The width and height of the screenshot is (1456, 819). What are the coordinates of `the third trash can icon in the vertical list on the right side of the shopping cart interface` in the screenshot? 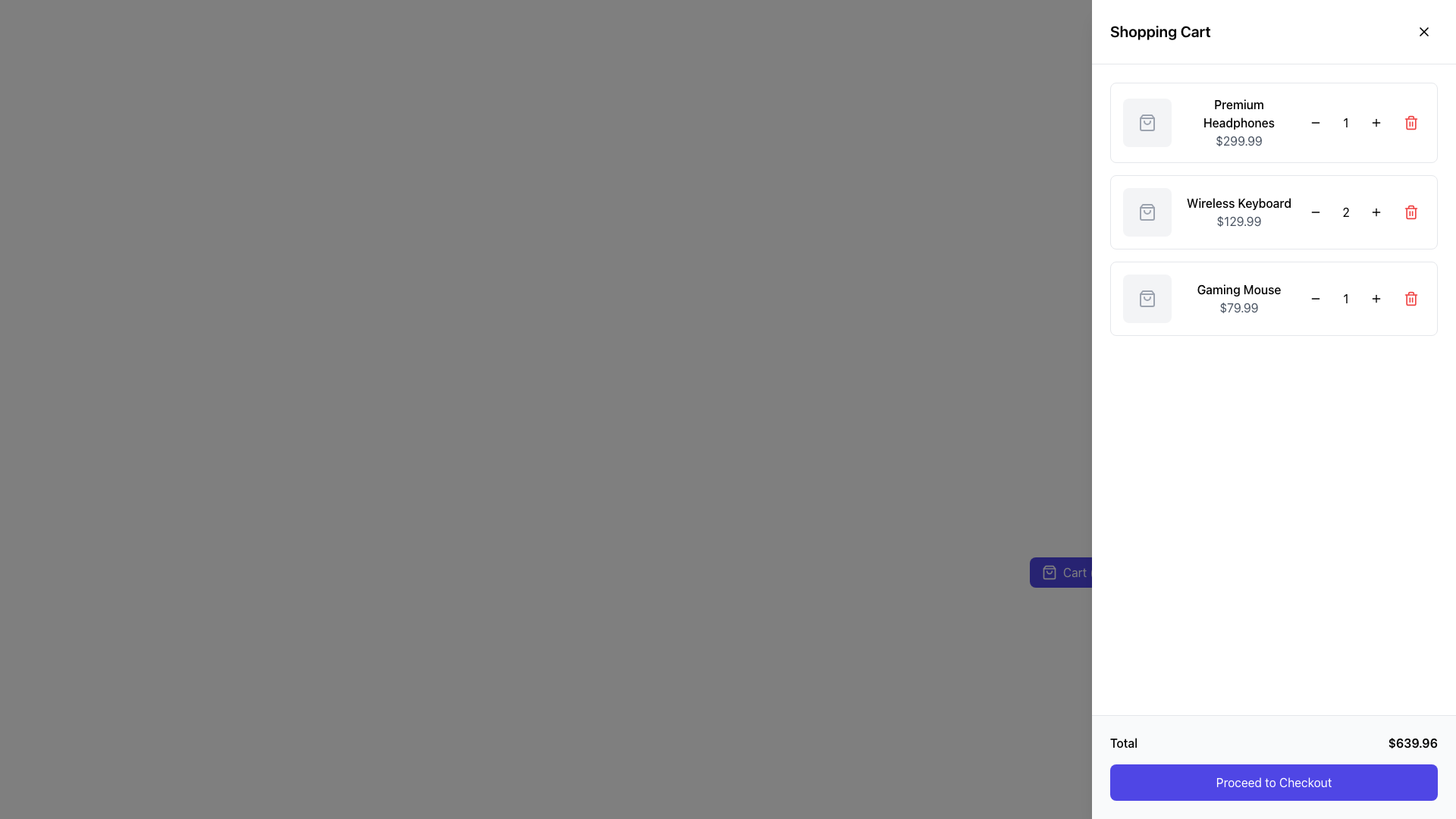 It's located at (1410, 298).